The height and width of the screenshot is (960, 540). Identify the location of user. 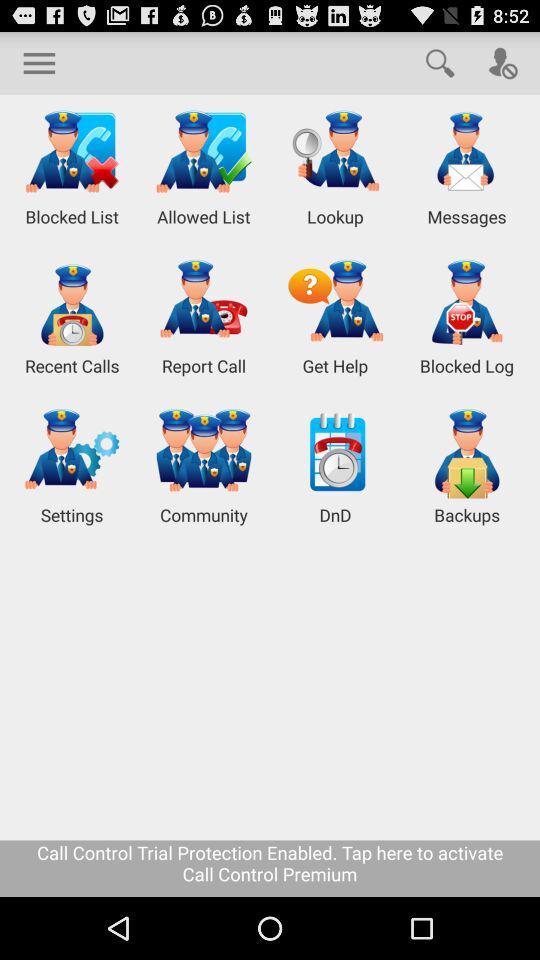
(502, 62).